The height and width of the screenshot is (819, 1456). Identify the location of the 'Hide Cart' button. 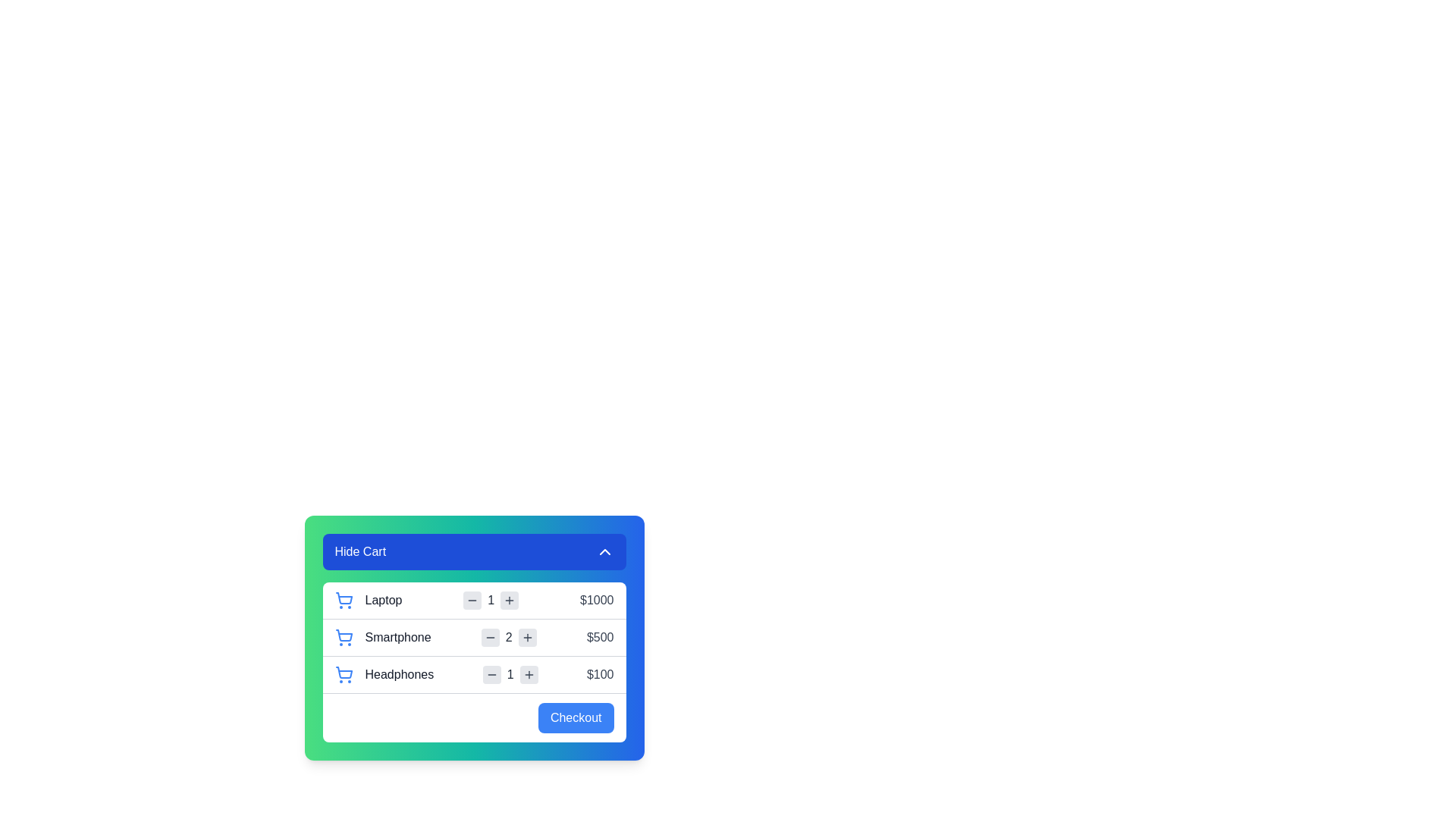
(473, 552).